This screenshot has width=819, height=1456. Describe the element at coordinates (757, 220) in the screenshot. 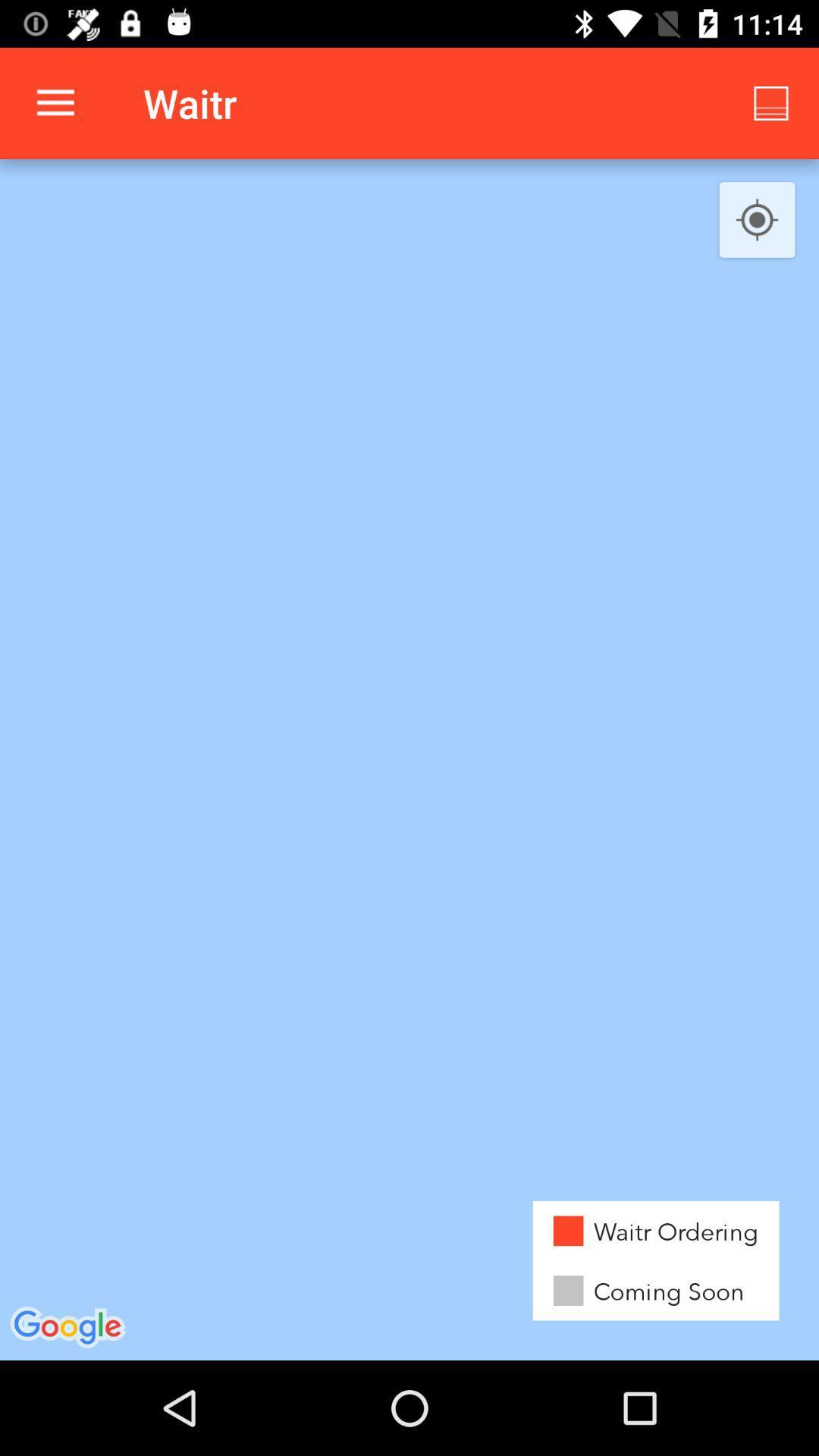

I see `the icon above waitr ordering icon` at that location.